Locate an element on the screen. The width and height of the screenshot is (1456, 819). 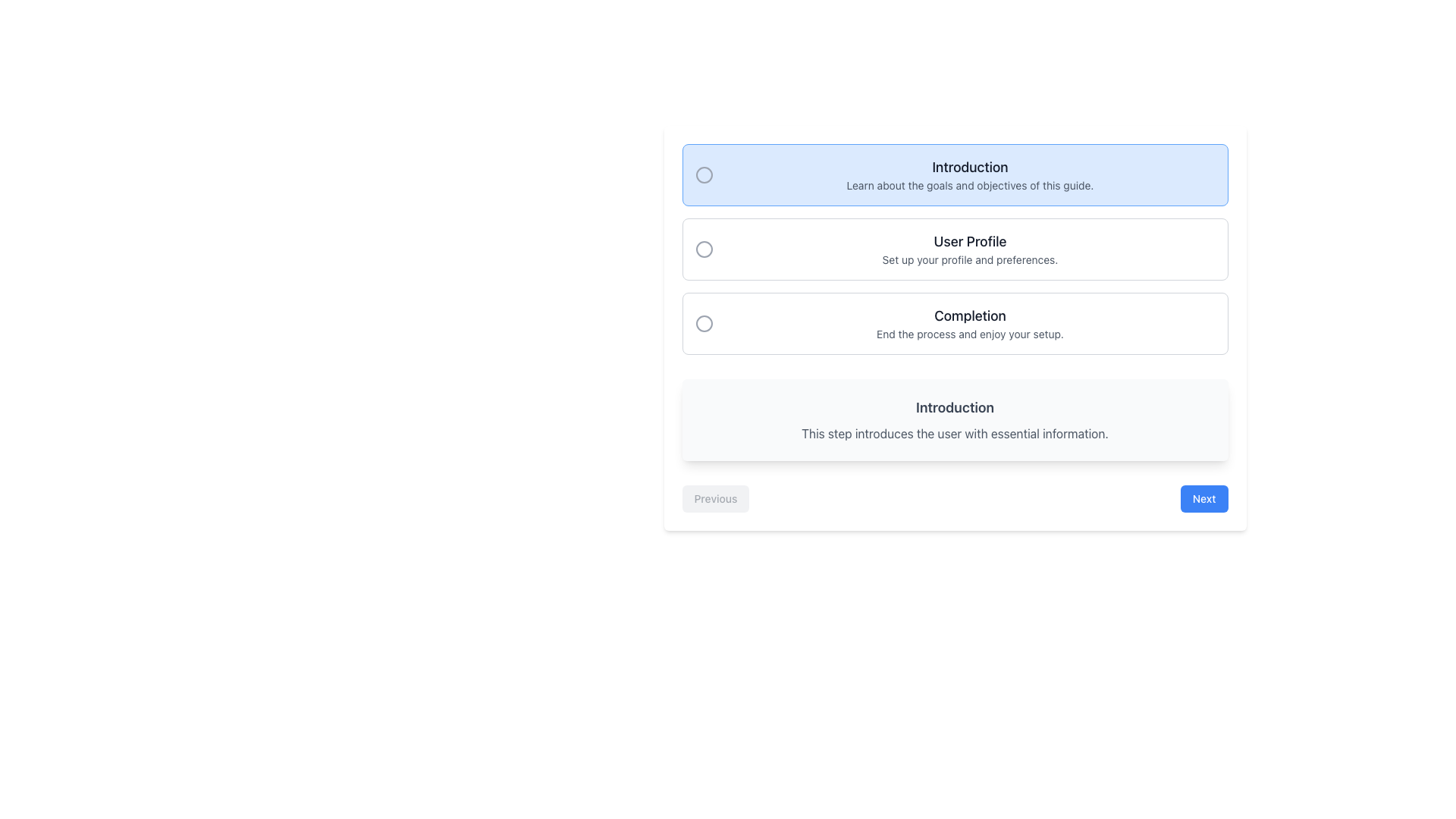
the 'User Profile' text label, which serves as the title for a section in a vertical list of options is located at coordinates (969, 241).